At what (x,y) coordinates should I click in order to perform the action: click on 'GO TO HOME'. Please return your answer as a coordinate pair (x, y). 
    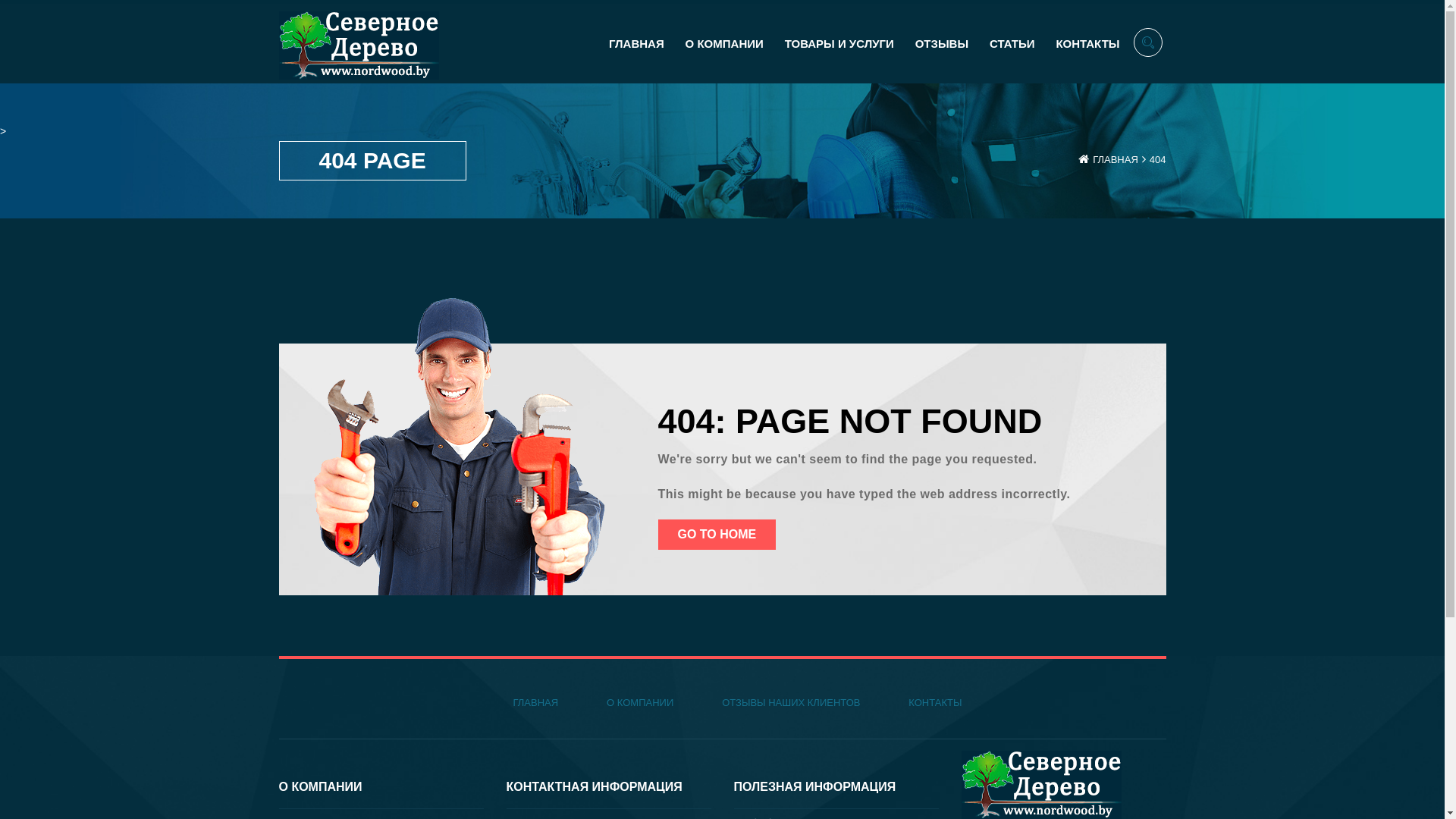
    Looking at the image, I should click on (716, 534).